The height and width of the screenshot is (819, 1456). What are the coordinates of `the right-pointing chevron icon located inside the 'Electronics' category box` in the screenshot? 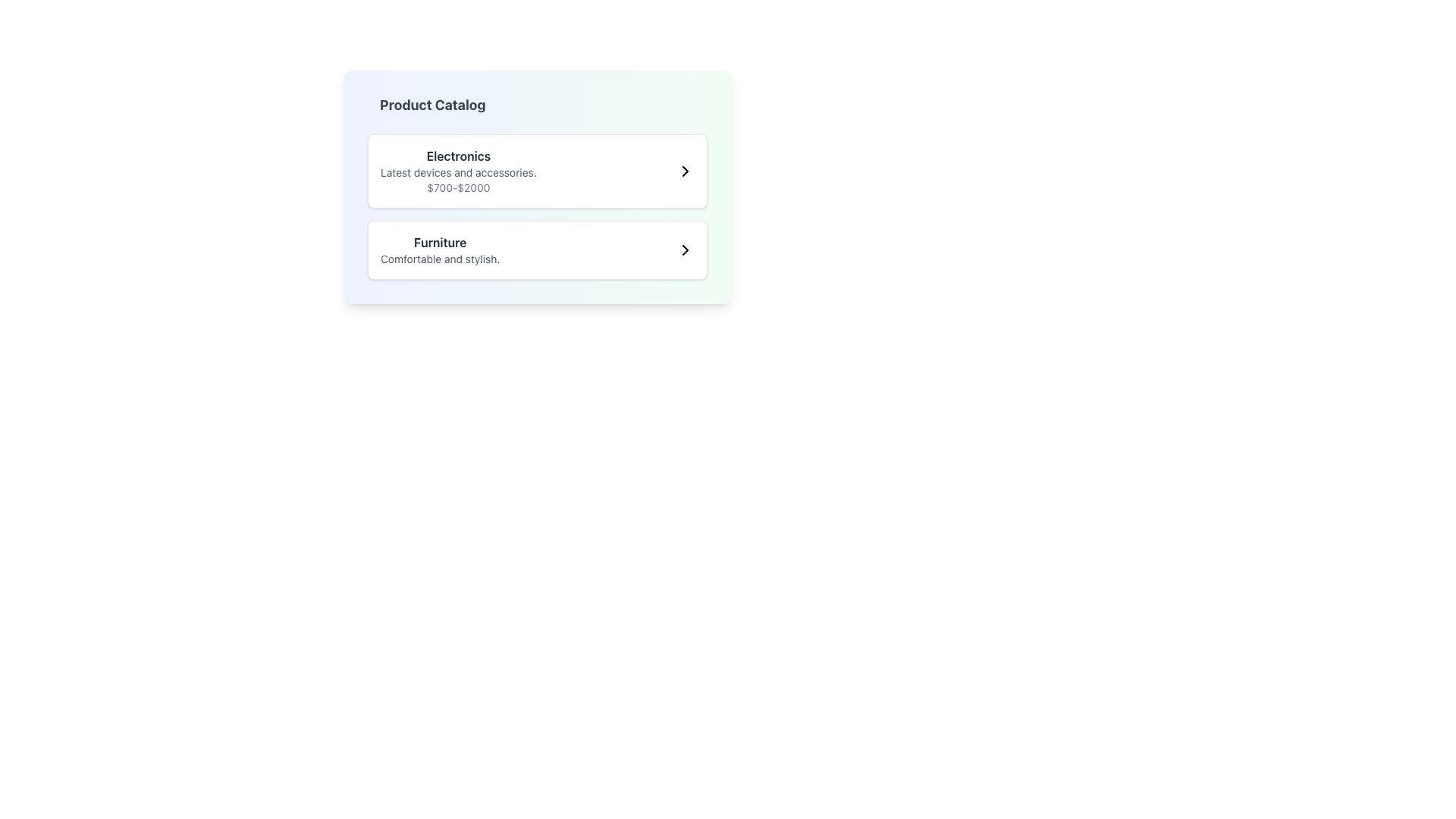 It's located at (684, 171).